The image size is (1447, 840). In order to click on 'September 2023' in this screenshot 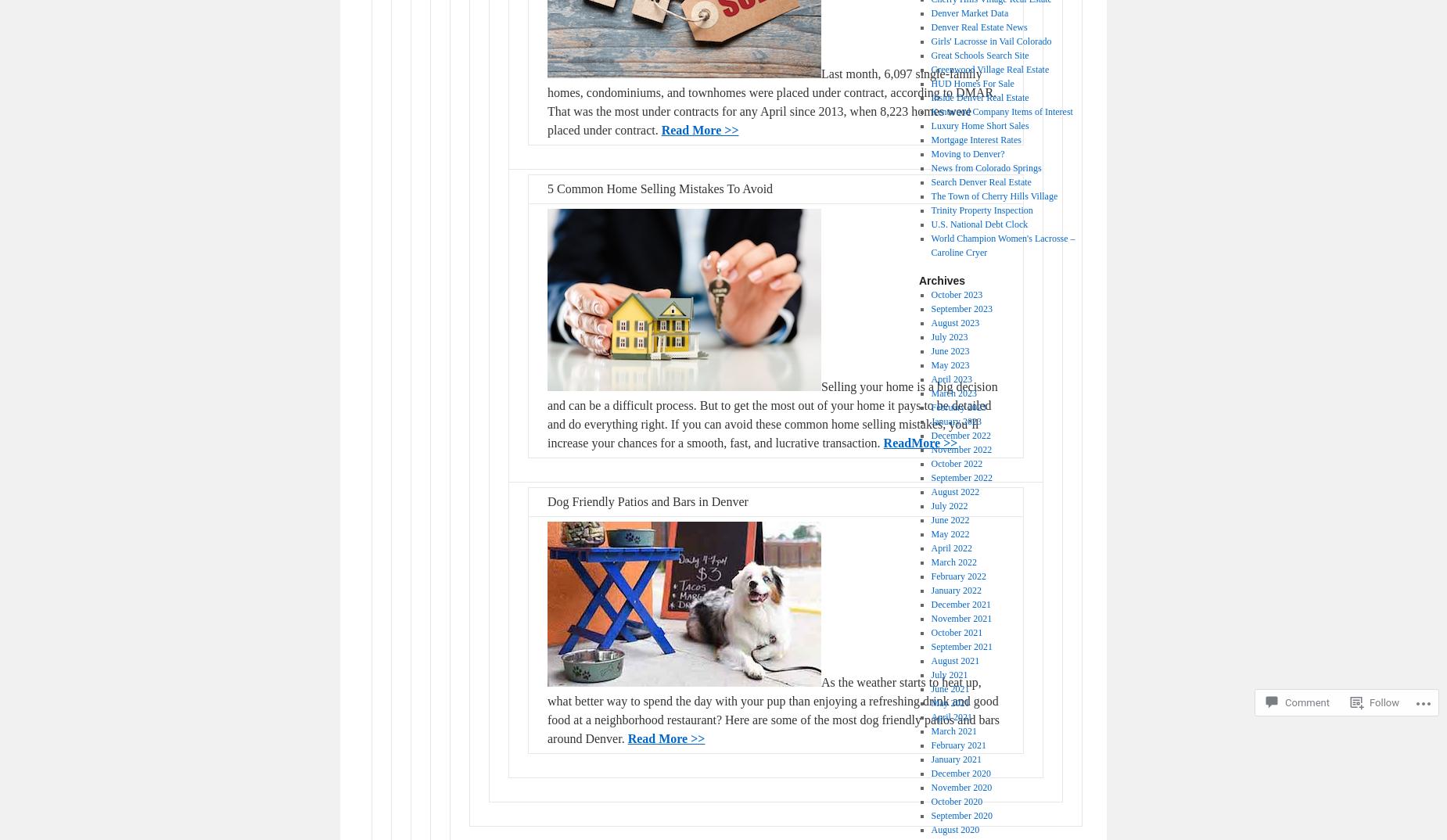, I will do `click(960, 309)`.